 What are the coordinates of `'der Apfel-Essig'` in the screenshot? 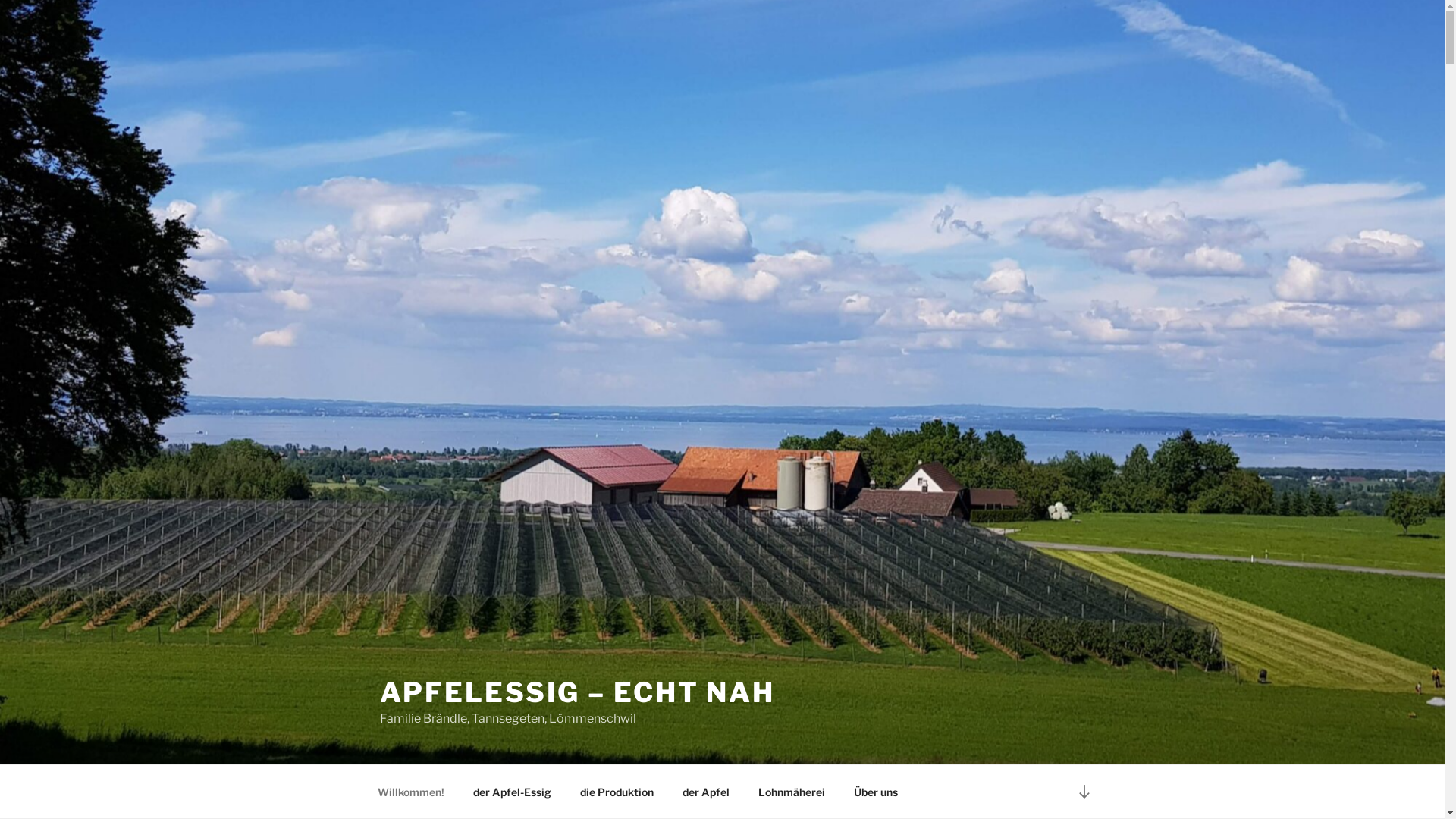 It's located at (512, 791).